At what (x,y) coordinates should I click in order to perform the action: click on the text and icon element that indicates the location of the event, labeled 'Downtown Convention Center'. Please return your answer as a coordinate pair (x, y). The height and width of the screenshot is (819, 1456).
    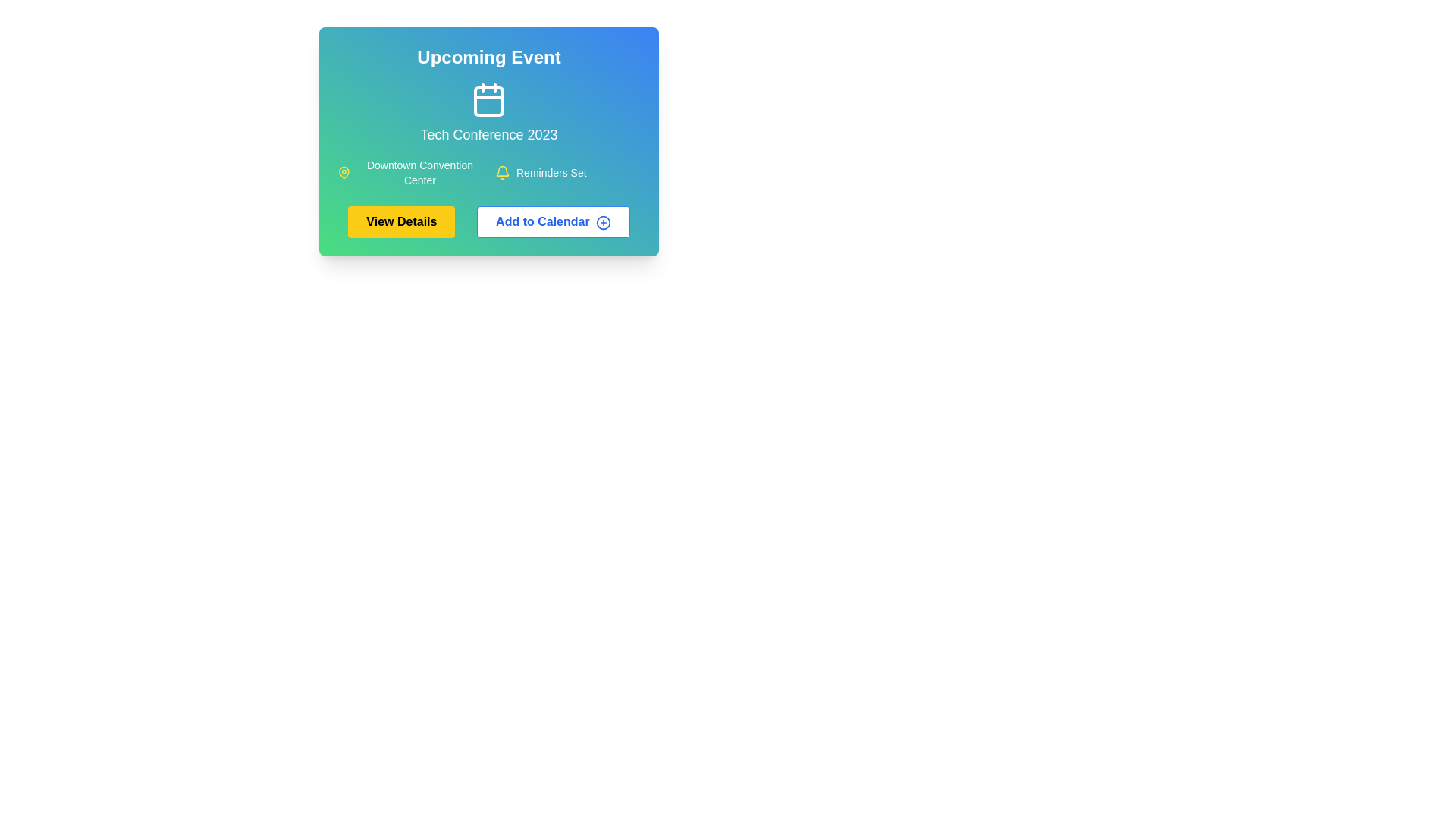
    Looking at the image, I should click on (410, 171).